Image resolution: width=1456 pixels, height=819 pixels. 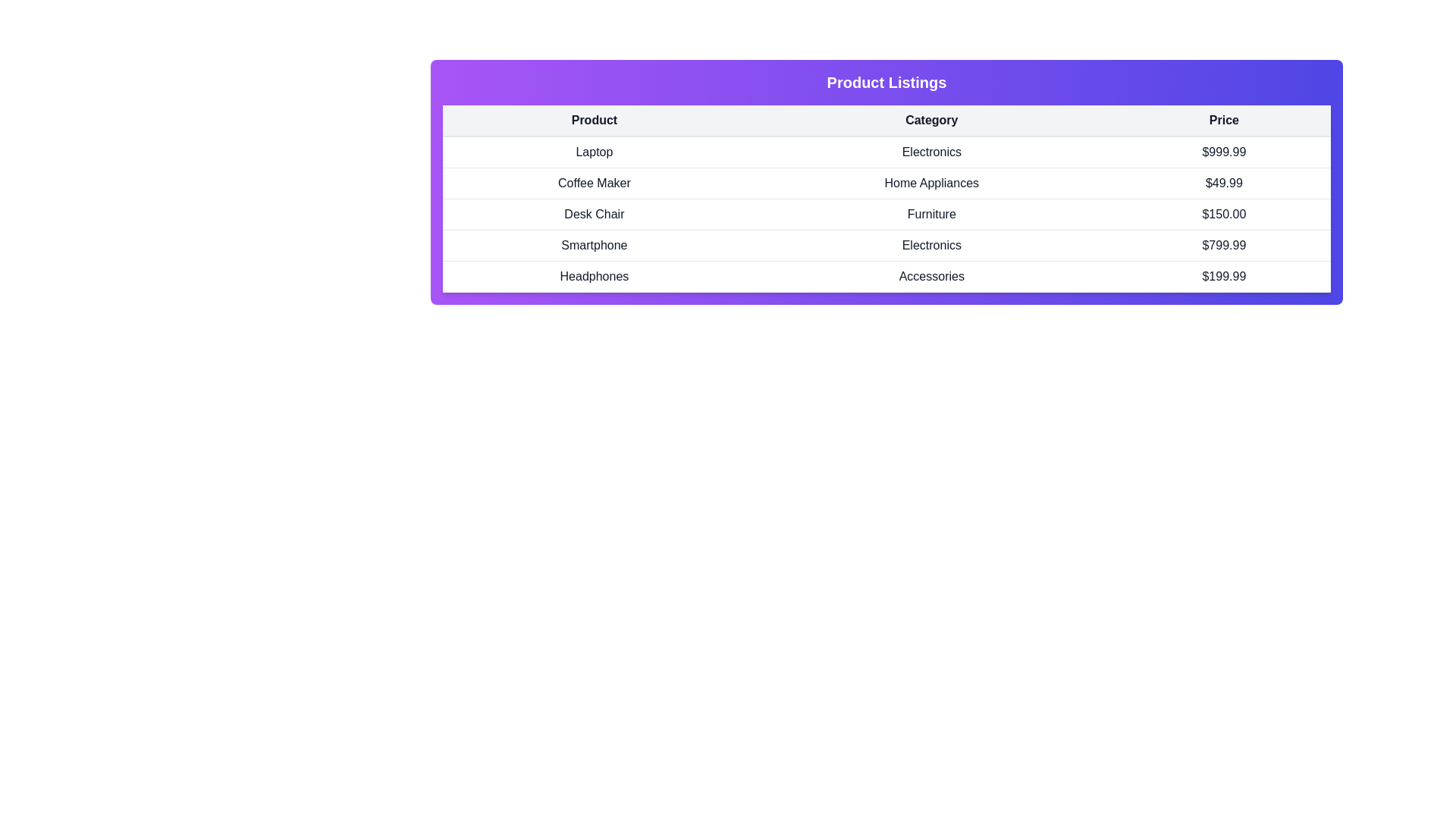 I want to click on the product name text label in the third row of the table, which is positioned in the 'Product' column and aligned with 'Furniture' in the 'Category' column and '$150.00' in the 'Price' column, so click(x=593, y=214).